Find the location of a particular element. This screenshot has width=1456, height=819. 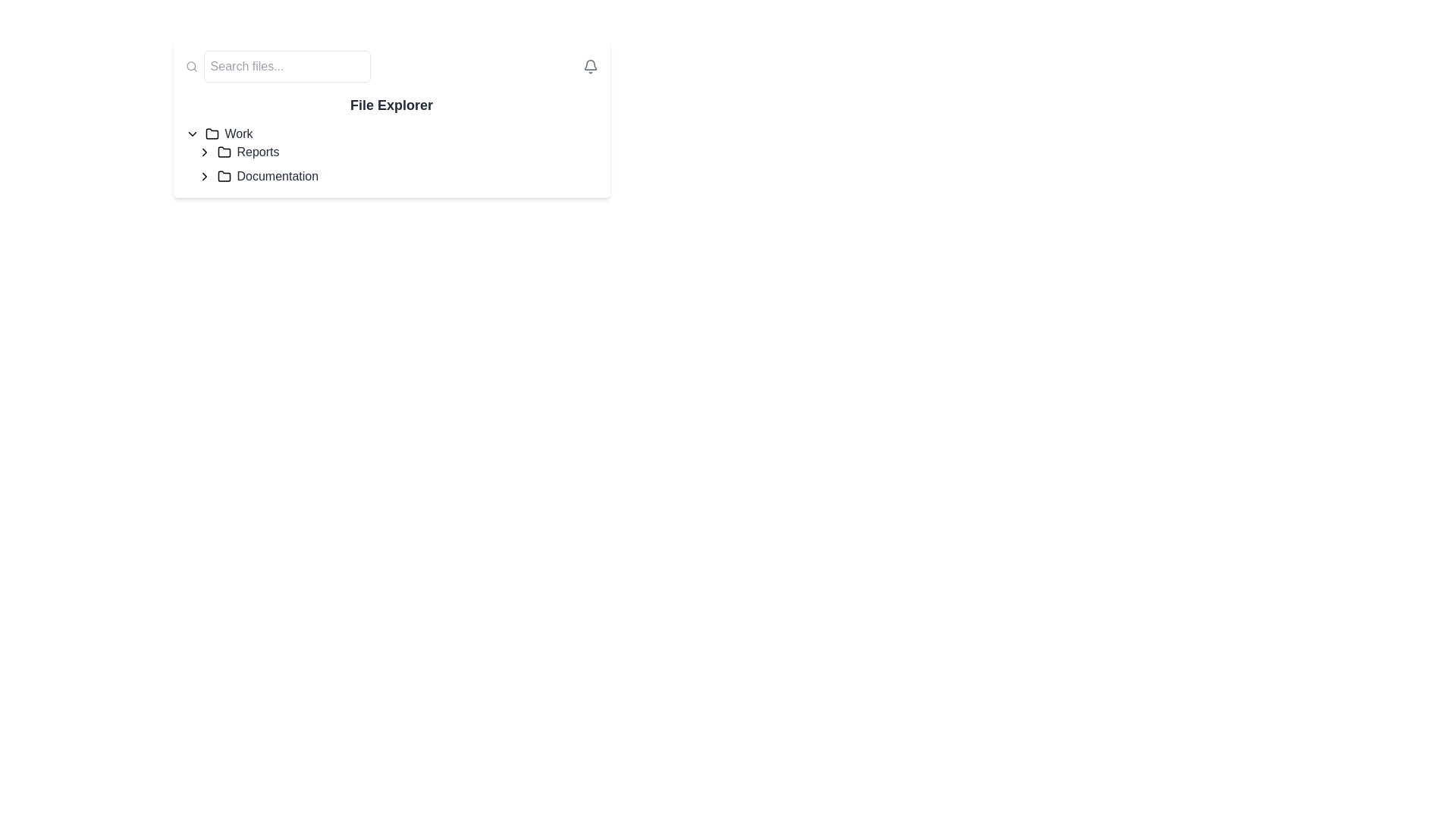

the Collapsible folder node located between the 'Work' folder and the 'Documentation' folder in the file explorer is located at coordinates (397, 152).